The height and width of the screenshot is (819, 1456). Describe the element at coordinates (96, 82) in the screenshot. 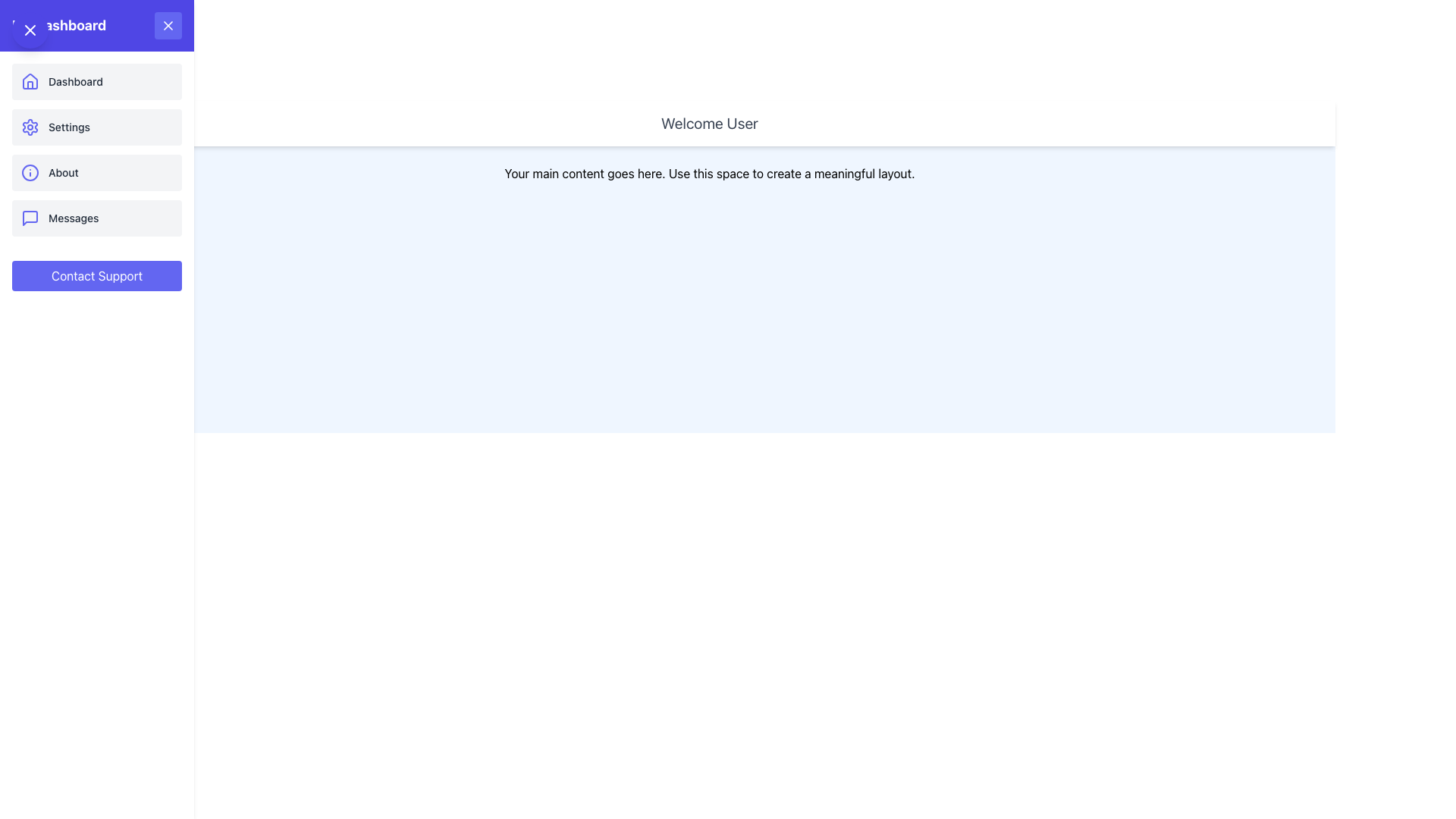

I see `the 'Dashboard' button, which is the first item in the vertical list on the left sidebar, featuring a house icon and a light gray background` at that location.